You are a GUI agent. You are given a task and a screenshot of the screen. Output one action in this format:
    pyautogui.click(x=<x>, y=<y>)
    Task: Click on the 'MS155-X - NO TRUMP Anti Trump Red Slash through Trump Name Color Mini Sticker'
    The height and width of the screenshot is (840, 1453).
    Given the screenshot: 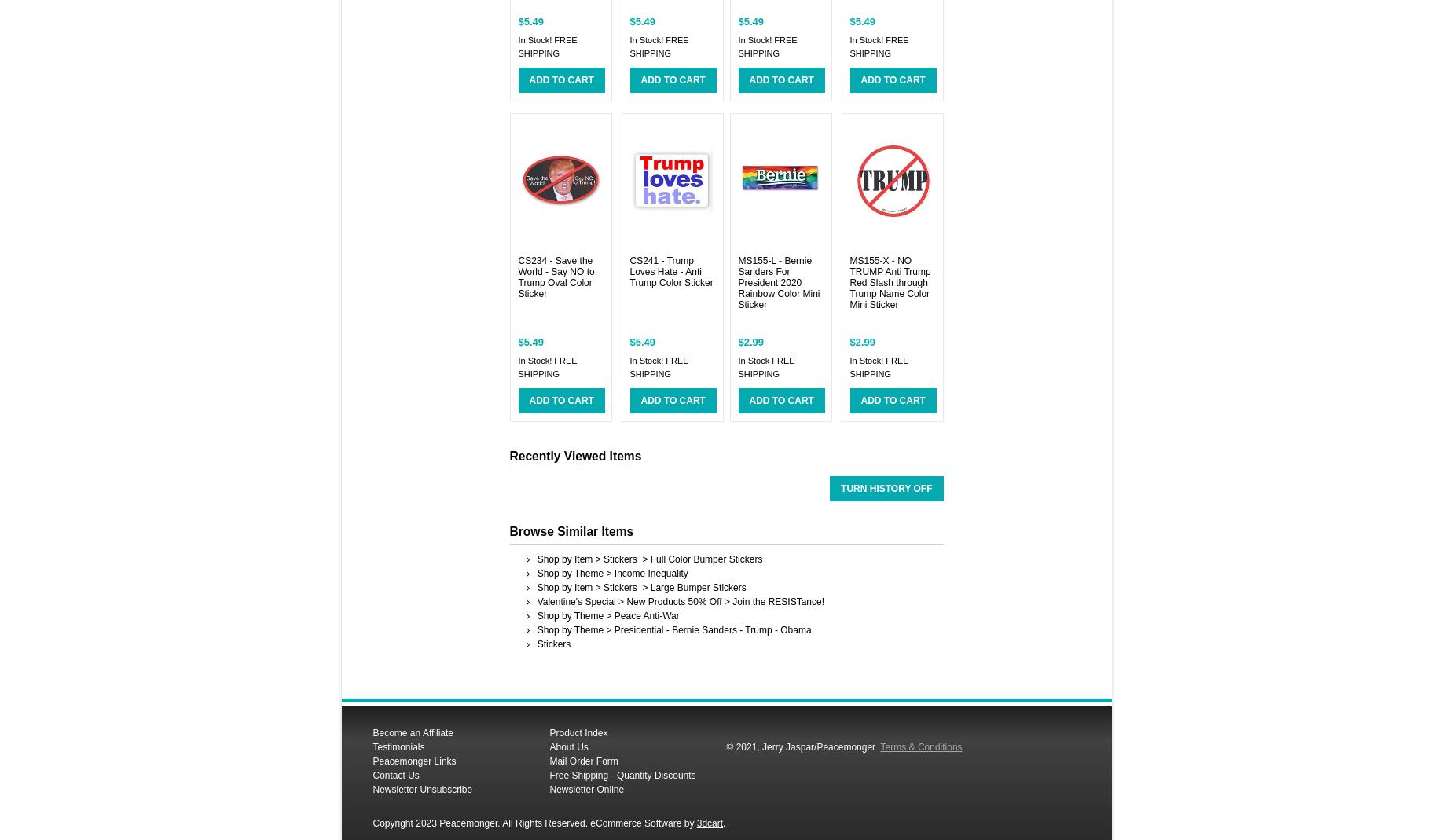 What is the action you would take?
    pyautogui.click(x=849, y=283)
    